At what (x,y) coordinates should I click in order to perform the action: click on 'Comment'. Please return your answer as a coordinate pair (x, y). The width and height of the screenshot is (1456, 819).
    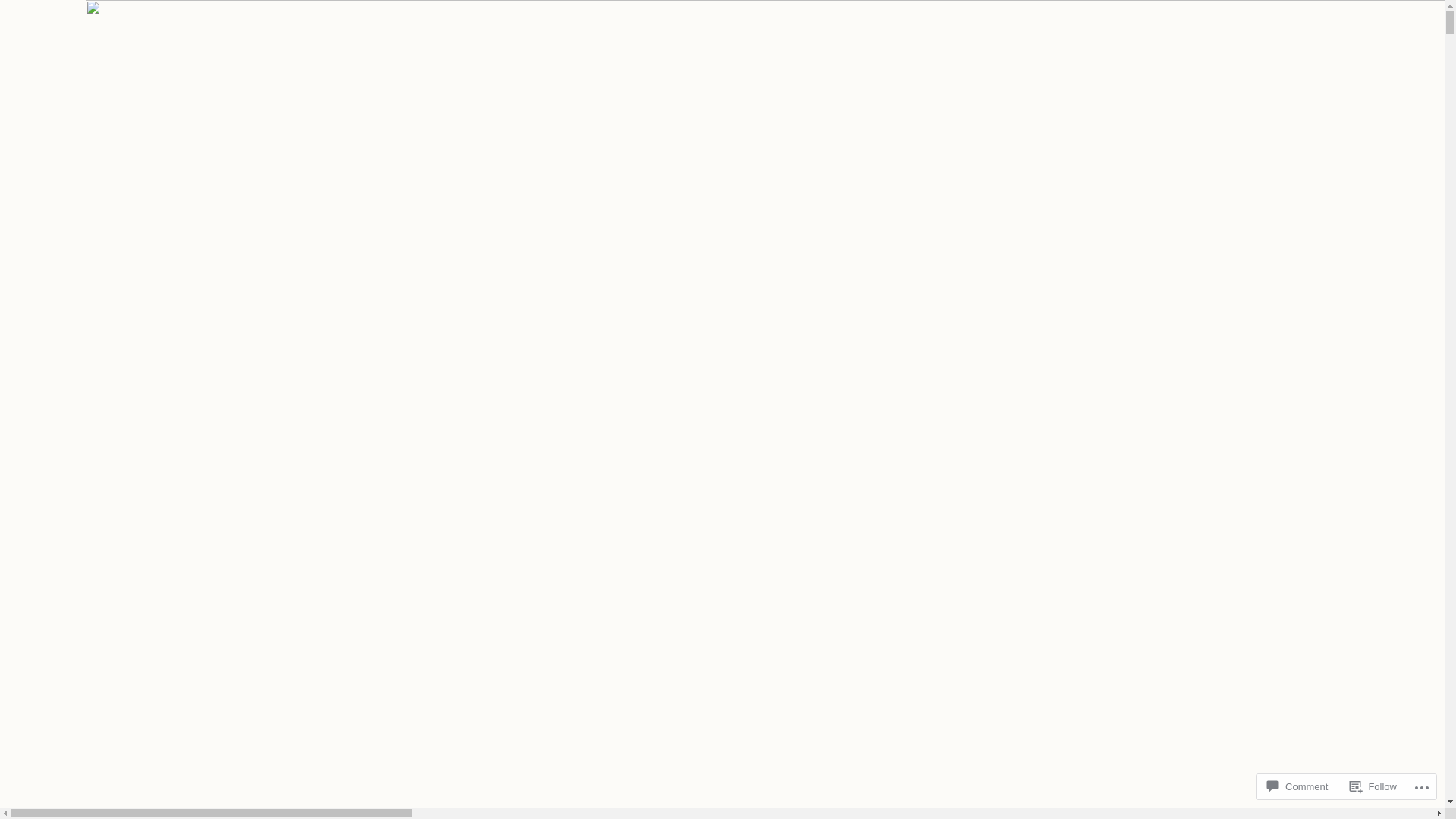
    Looking at the image, I should click on (1296, 786).